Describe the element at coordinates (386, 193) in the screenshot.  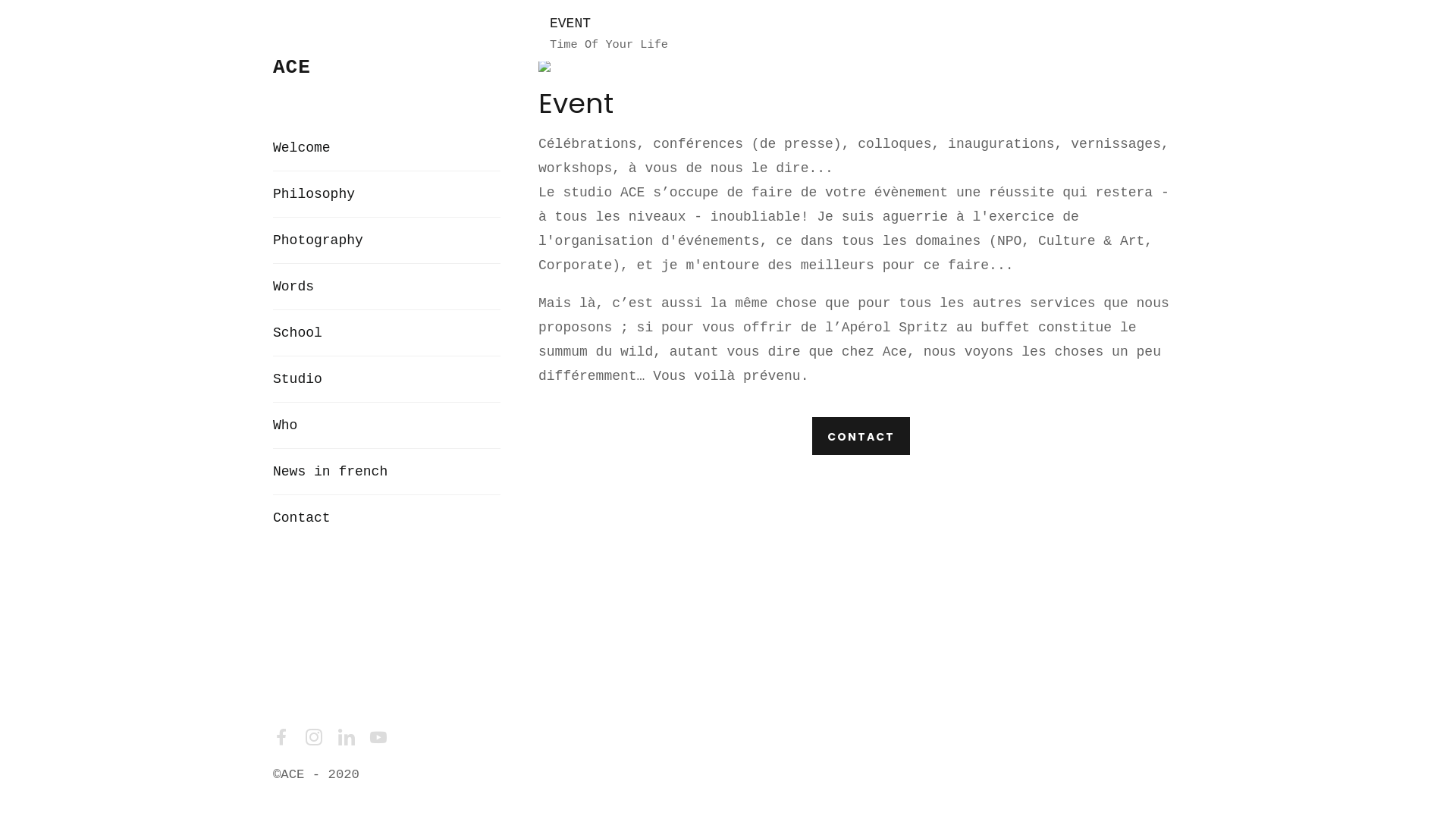
I see `'Philosophy'` at that location.